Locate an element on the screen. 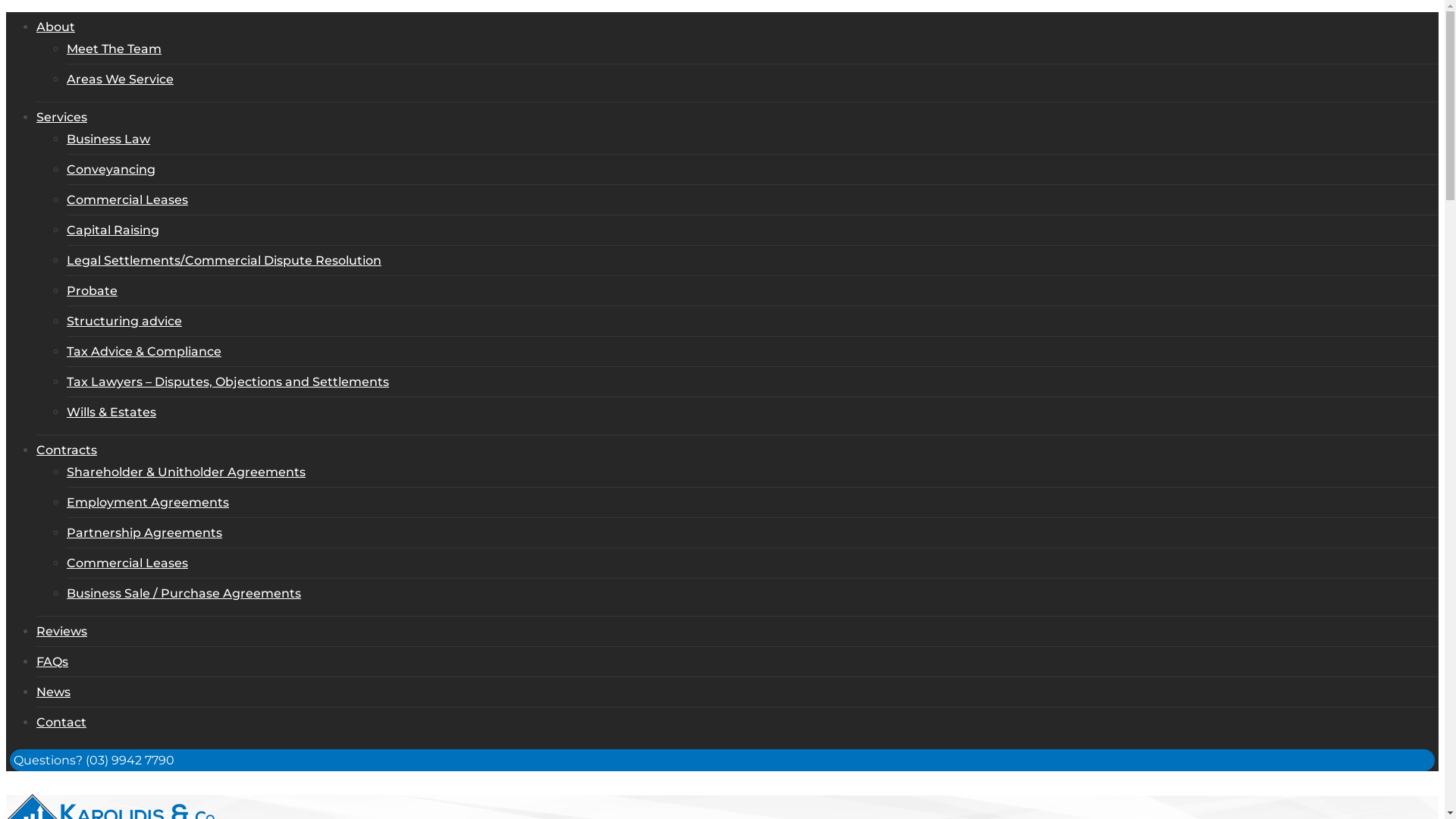 This screenshot has width=1456, height=819. 'Shareholder & Unitholder Agreements' is located at coordinates (185, 471).